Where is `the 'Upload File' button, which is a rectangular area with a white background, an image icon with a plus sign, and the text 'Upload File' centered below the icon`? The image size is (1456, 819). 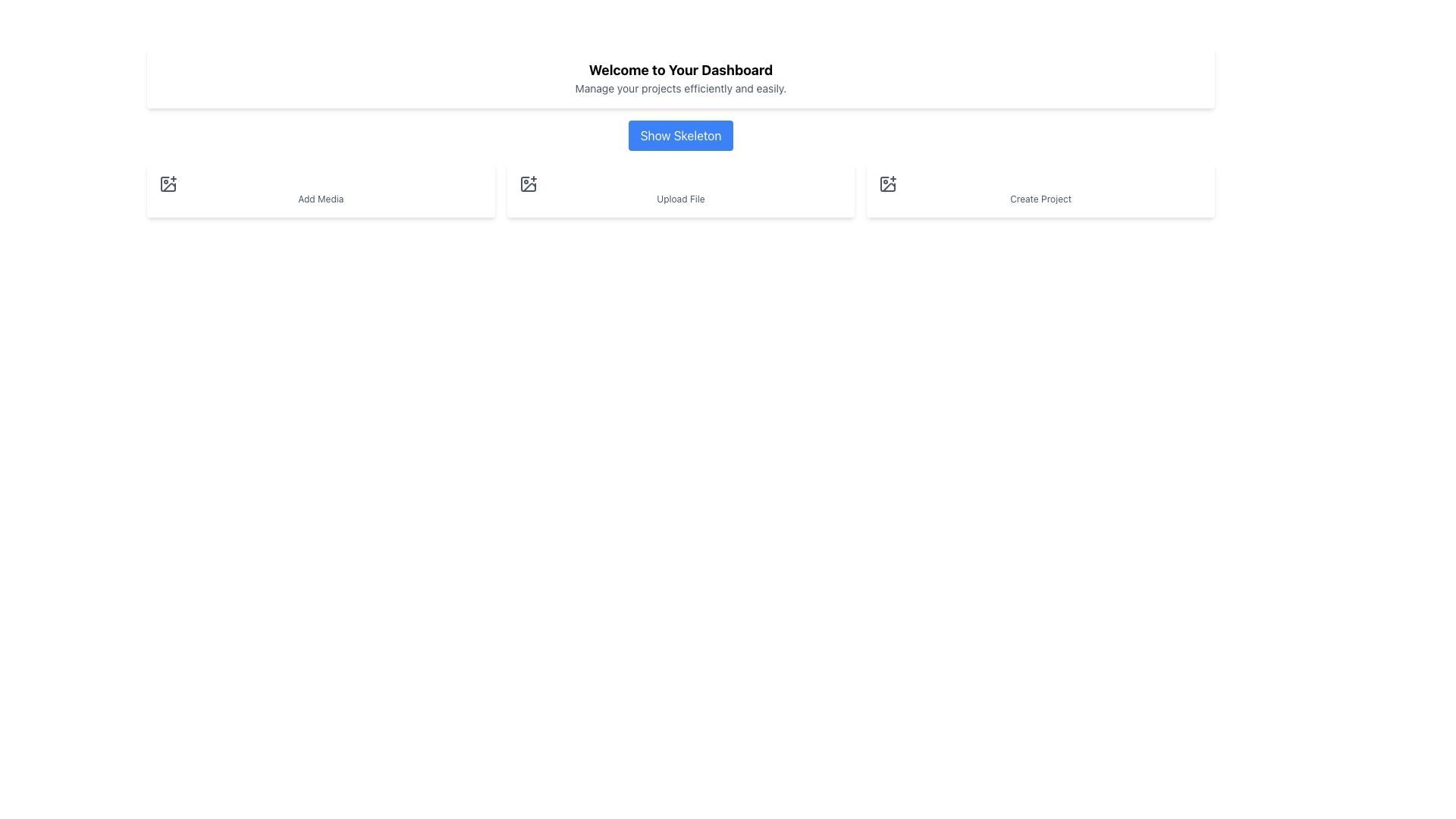 the 'Upload File' button, which is a rectangular area with a white background, an image icon with a plus sign, and the text 'Upload File' centered below the icon is located at coordinates (679, 189).